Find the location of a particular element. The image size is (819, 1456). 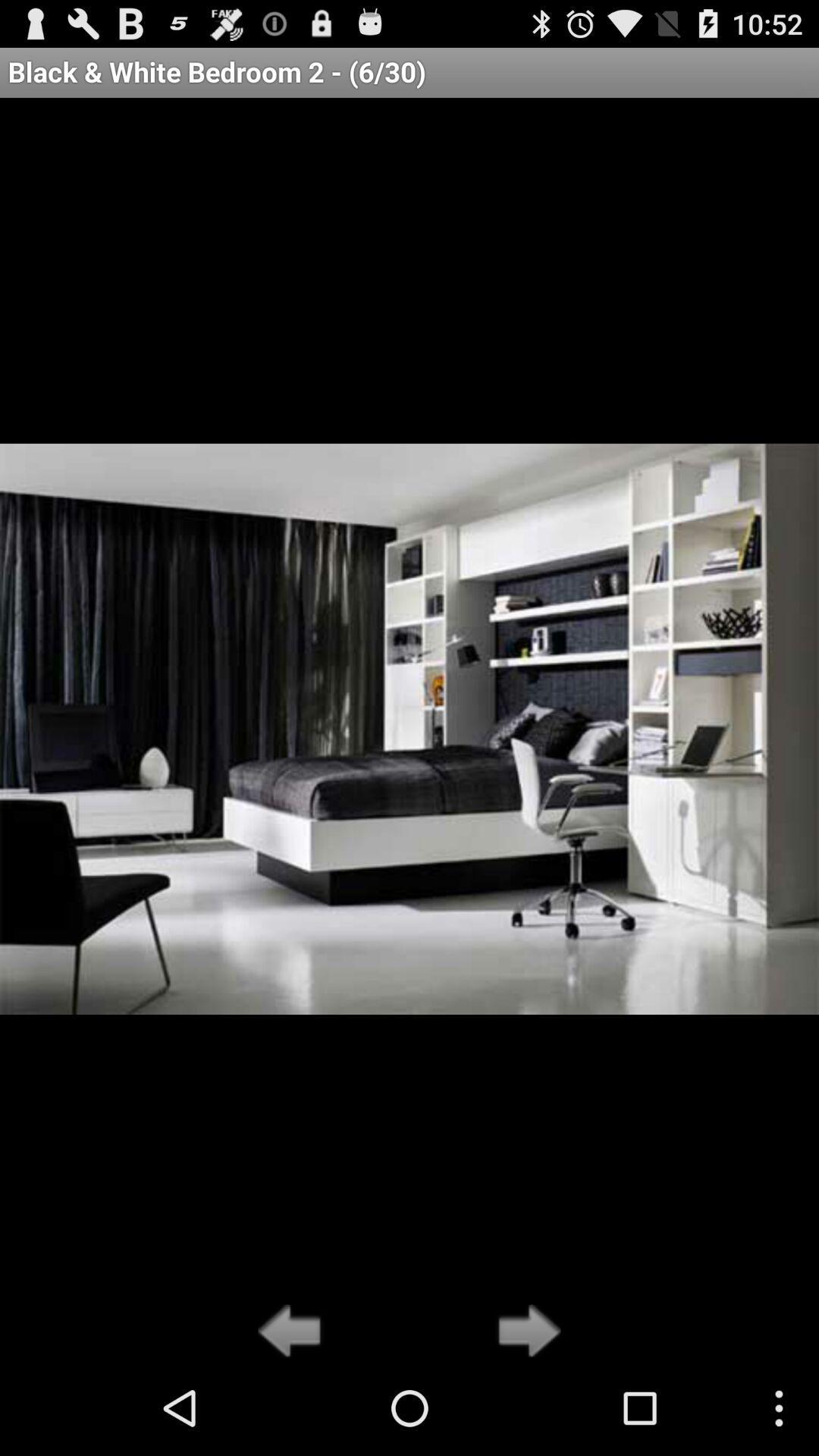

previous page is located at coordinates (293, 1332).